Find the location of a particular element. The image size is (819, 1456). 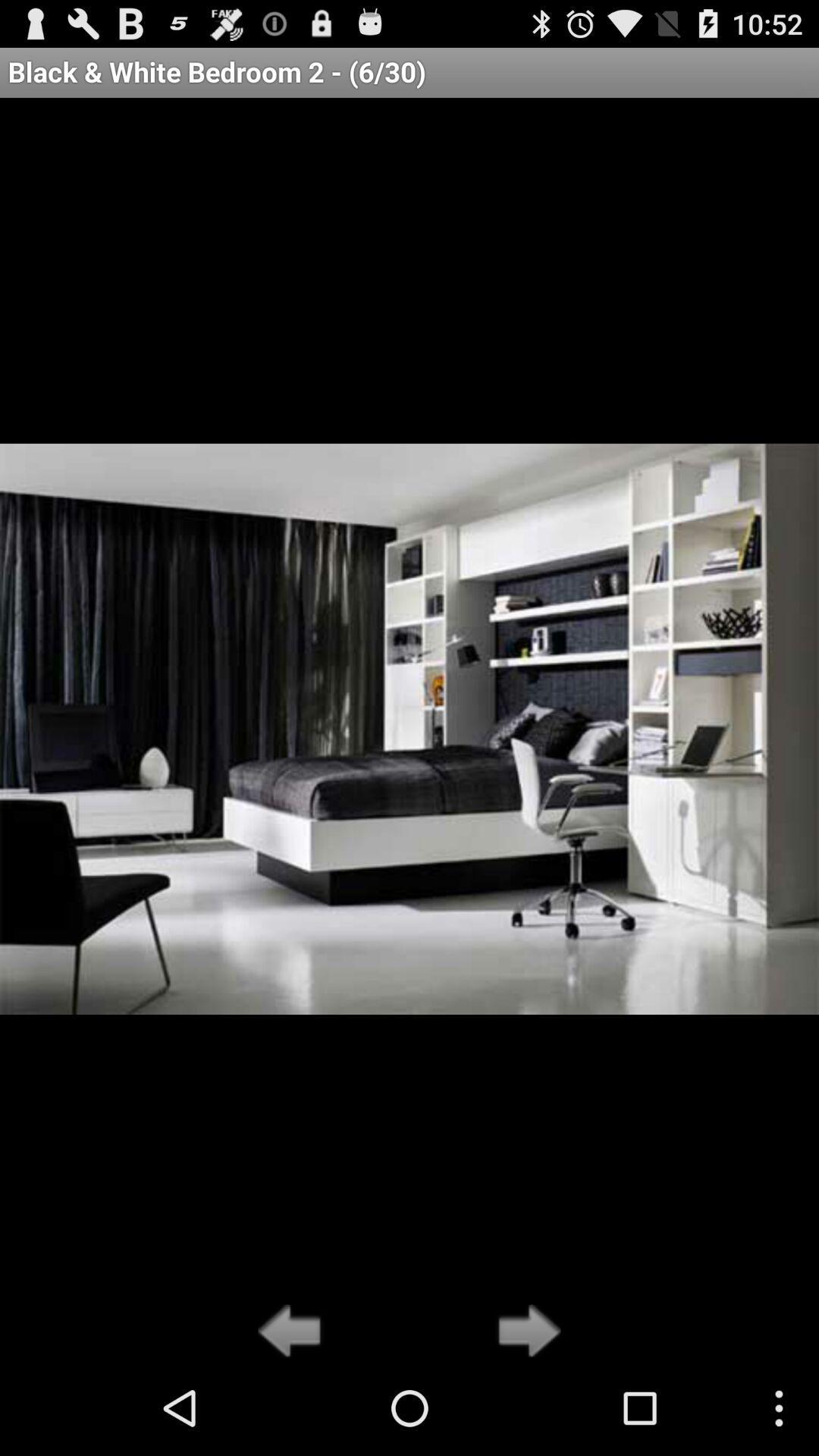

previous page is located at coordinates (293, 1332).